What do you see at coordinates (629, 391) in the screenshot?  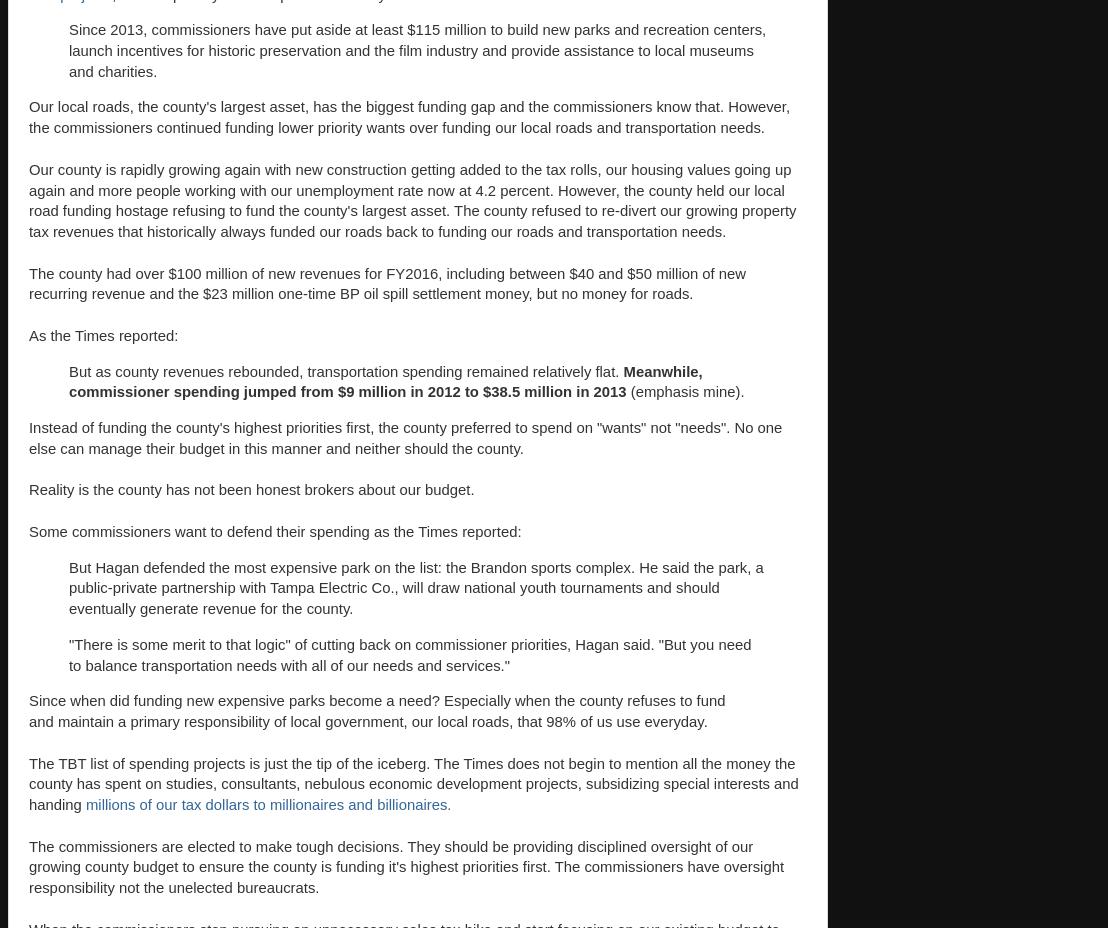 I see `'(emphasis mine).'` at bounding box center [629, 391].